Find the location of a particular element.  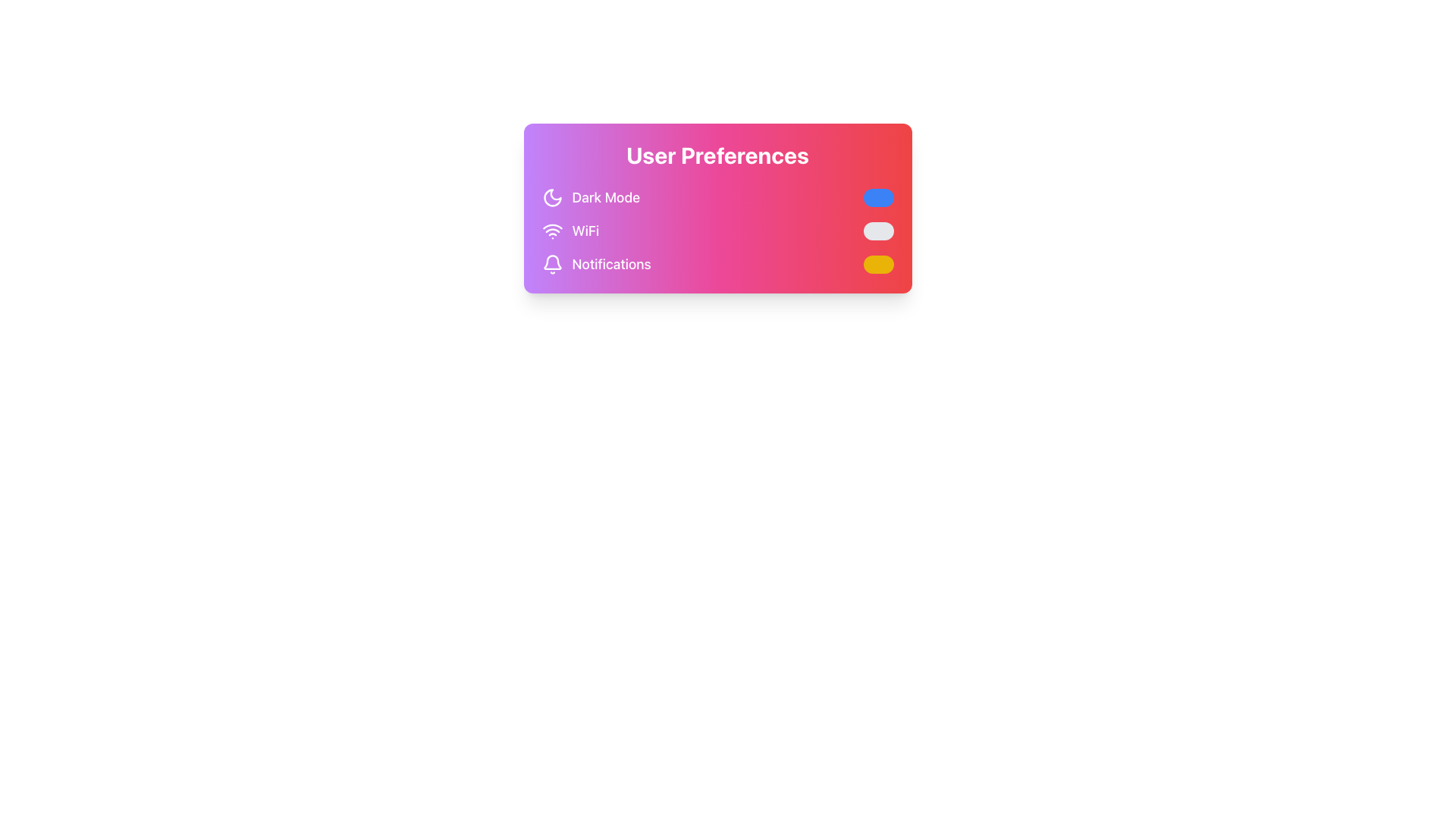

the 'Notifications' text label which is a medium-sized, bold, white text on a gradient background within the 'User Preferences' card, positioned to the right of the bell icon is located at coordinates (611, 263).